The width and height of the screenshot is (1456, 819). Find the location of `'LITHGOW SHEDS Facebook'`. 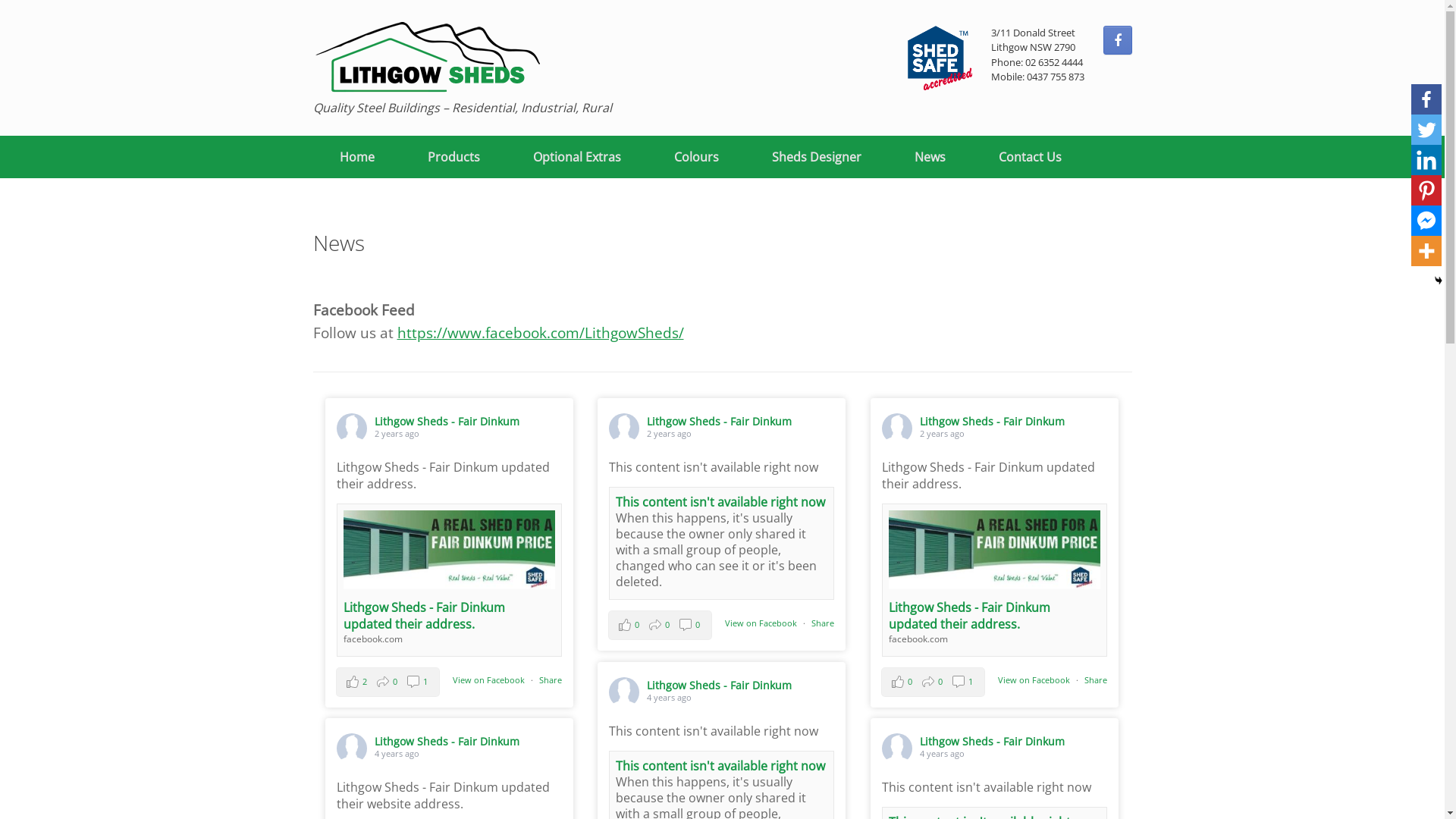

'LITHGOW SHEDS Facebook' is located at coordinates (1117, 39).